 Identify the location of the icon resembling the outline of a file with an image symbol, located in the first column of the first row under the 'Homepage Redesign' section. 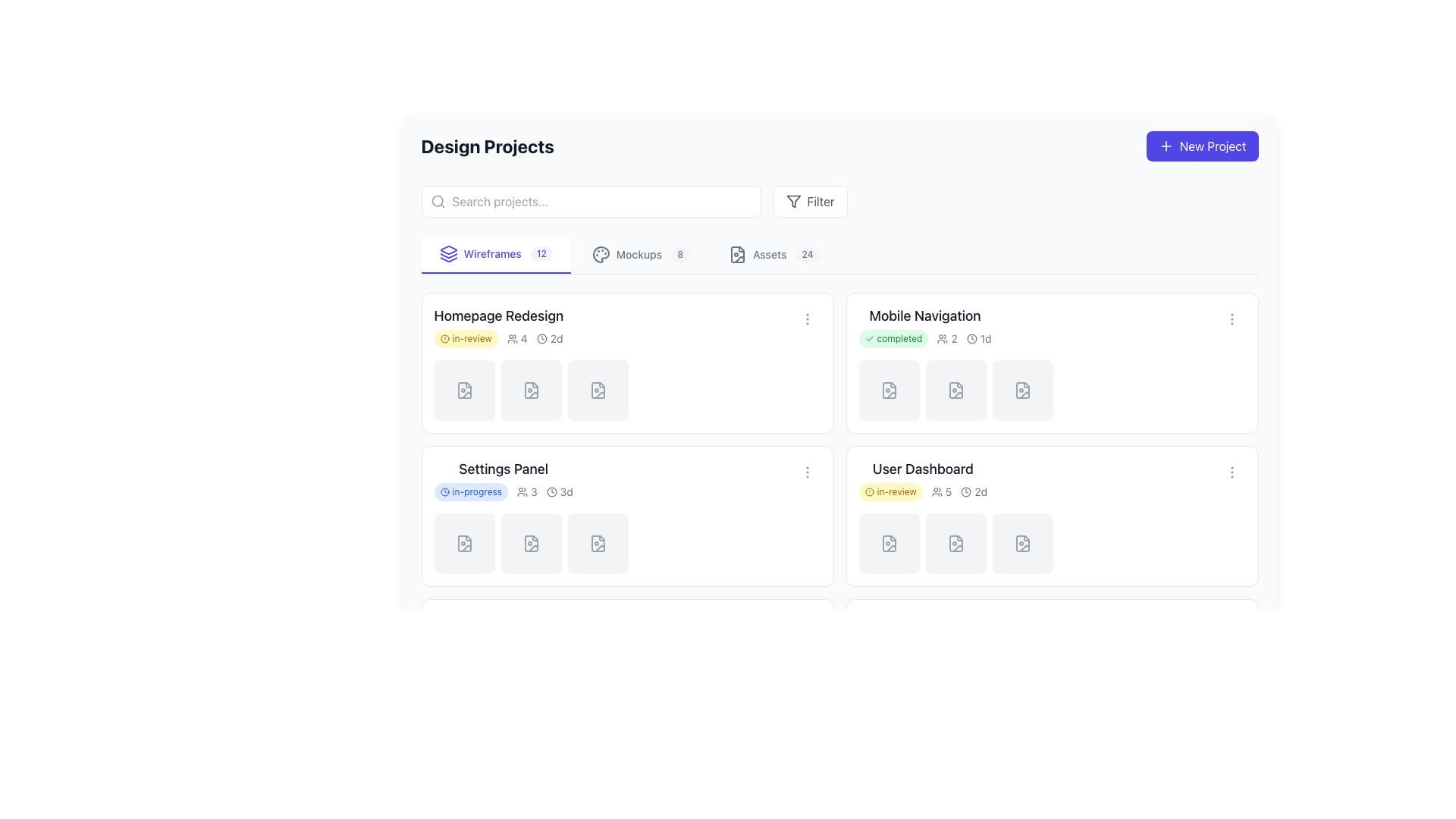
(531, 390).